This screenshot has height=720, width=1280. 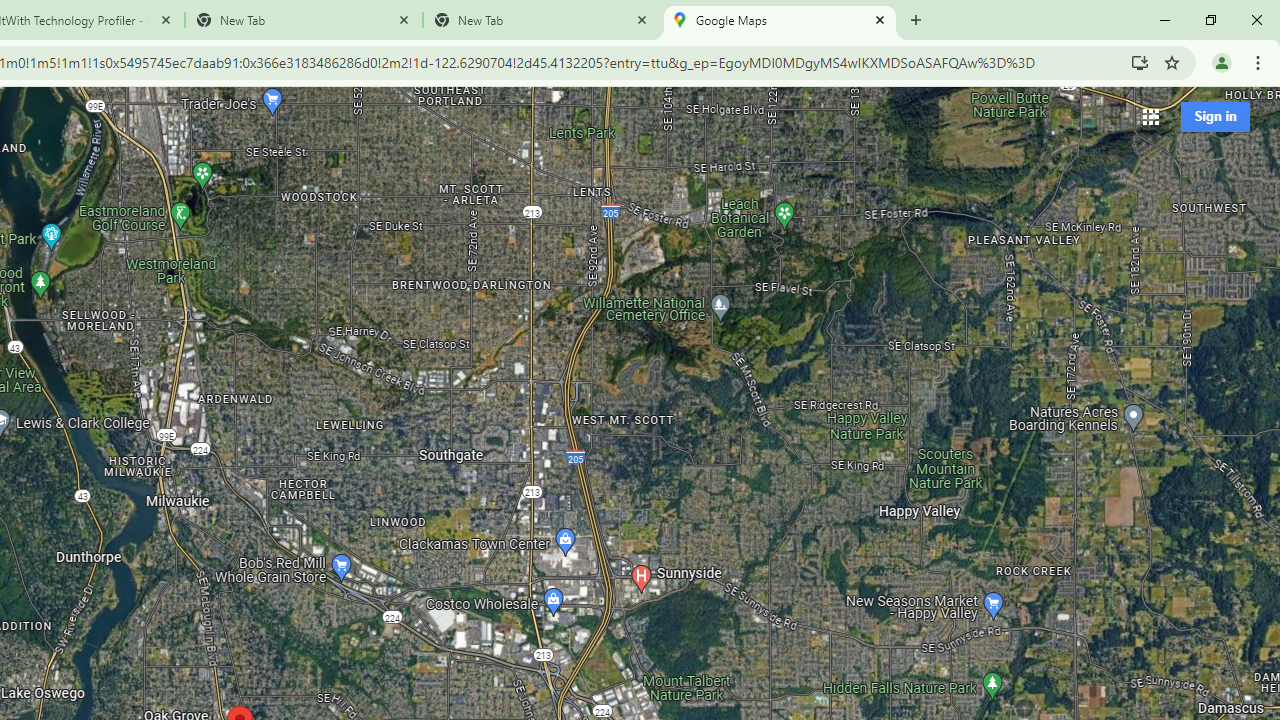 What do you see at coordinates (541, 20) in the screenshot?
I see `'New Tab'` at bounding box center [541, 20].